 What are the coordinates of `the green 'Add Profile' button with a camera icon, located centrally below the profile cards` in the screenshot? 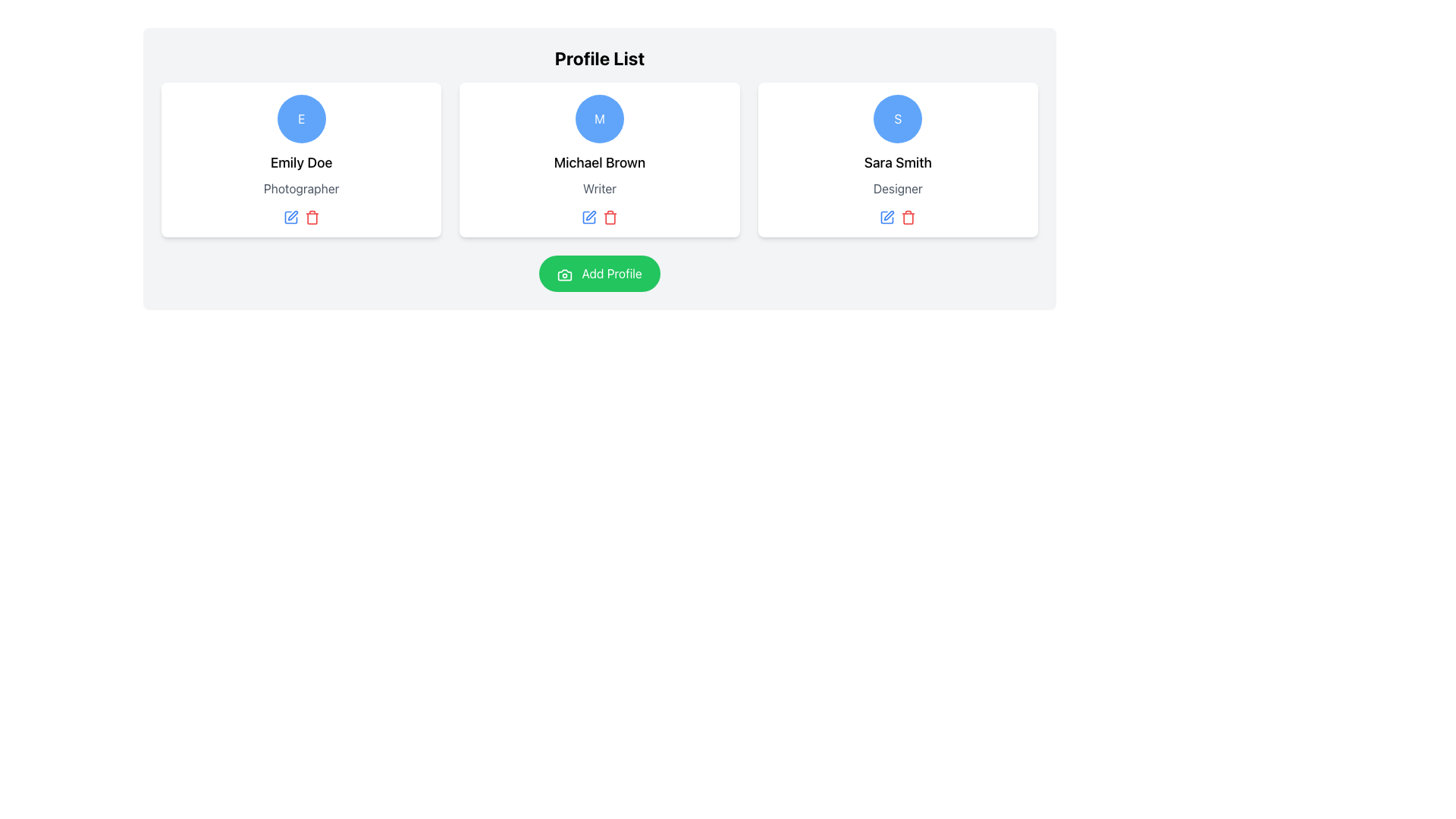 It's located at (599, 274).